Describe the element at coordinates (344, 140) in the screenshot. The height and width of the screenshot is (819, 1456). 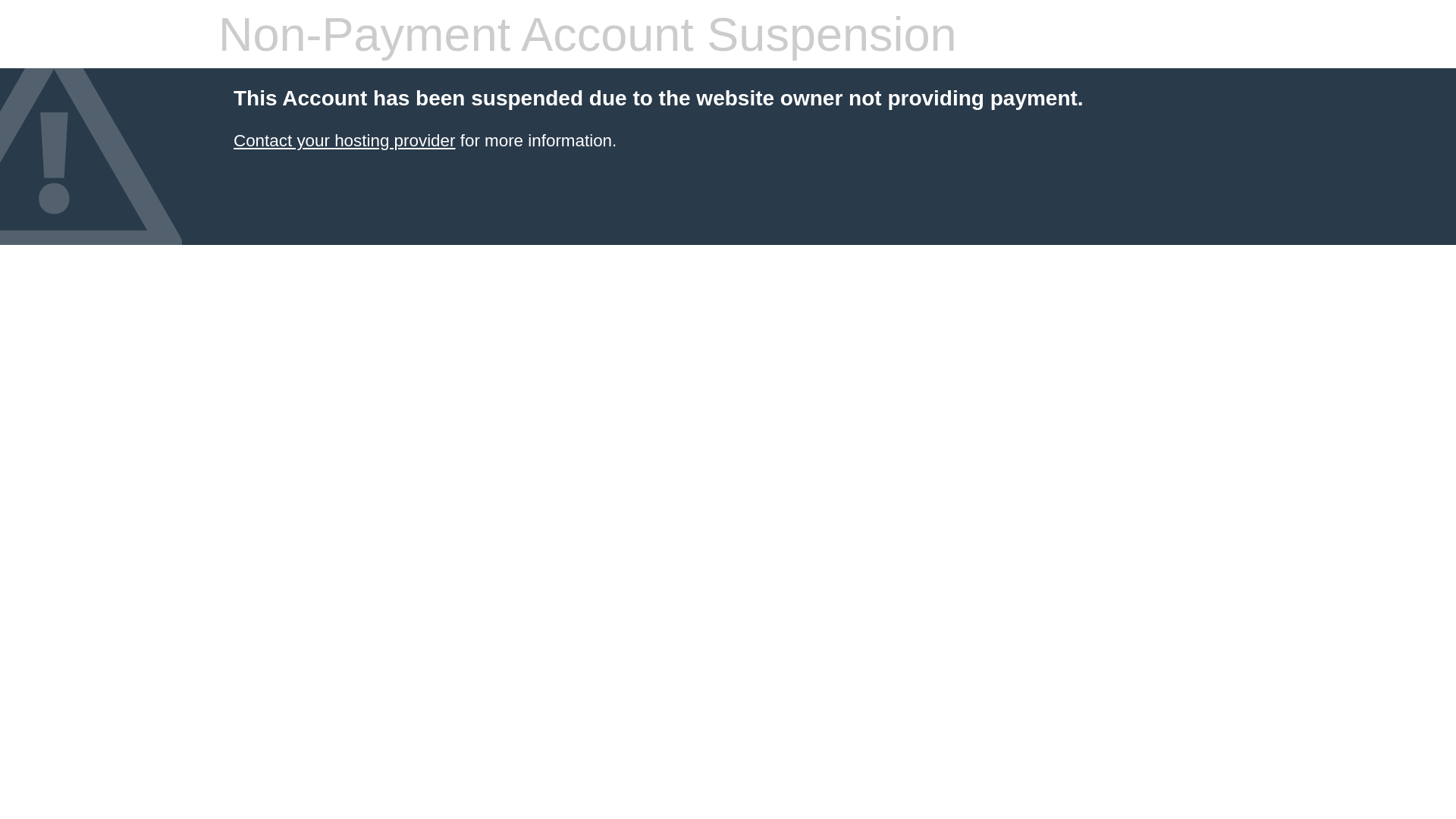
I see `'Contact your hosting provider'` at that location.